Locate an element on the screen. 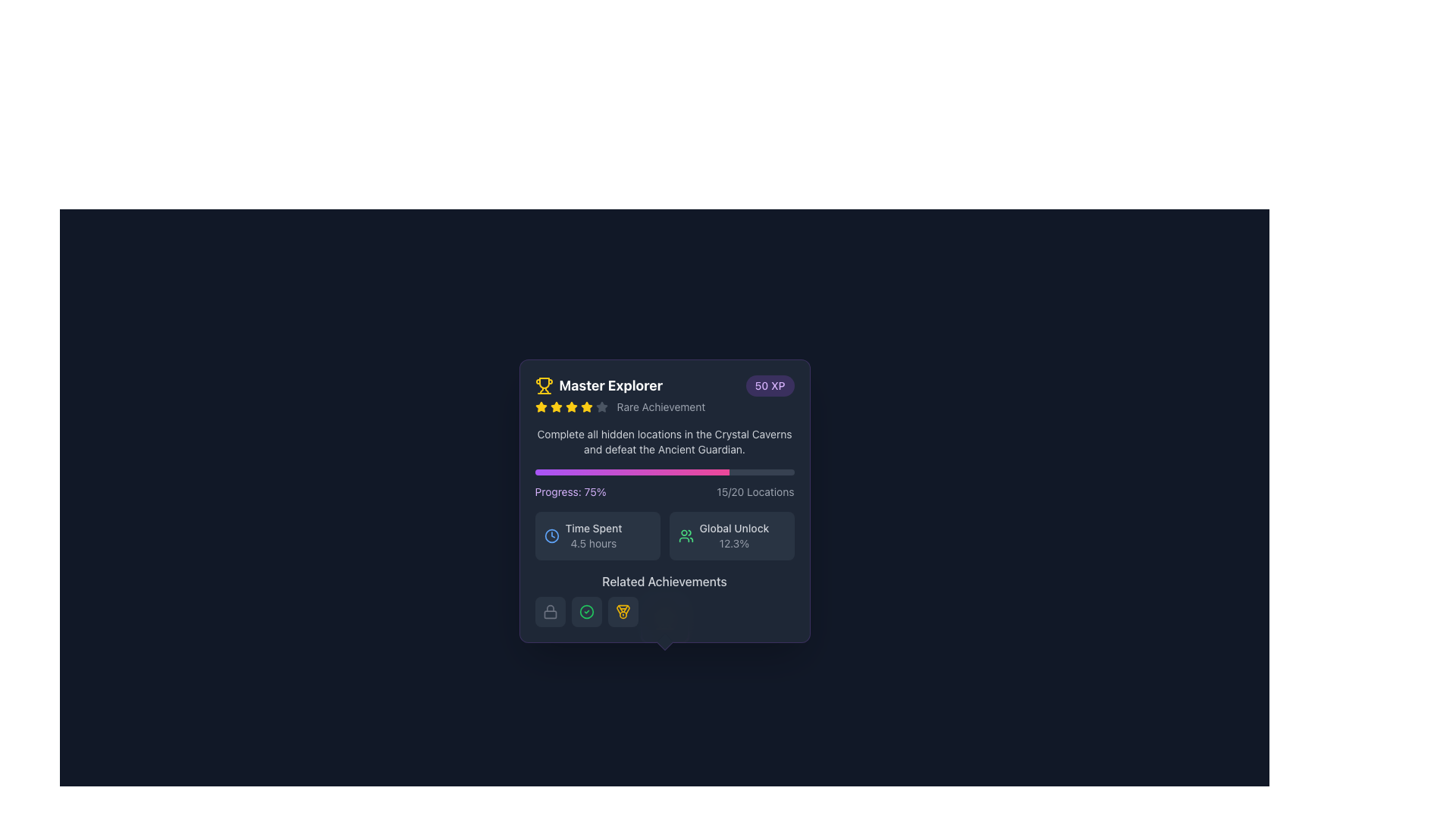 The height and width of the screenshot is (819, 1456). the third star in the rating system under the 'Master Explorer' text to interact with the rating is located at coordinates (541, 406).